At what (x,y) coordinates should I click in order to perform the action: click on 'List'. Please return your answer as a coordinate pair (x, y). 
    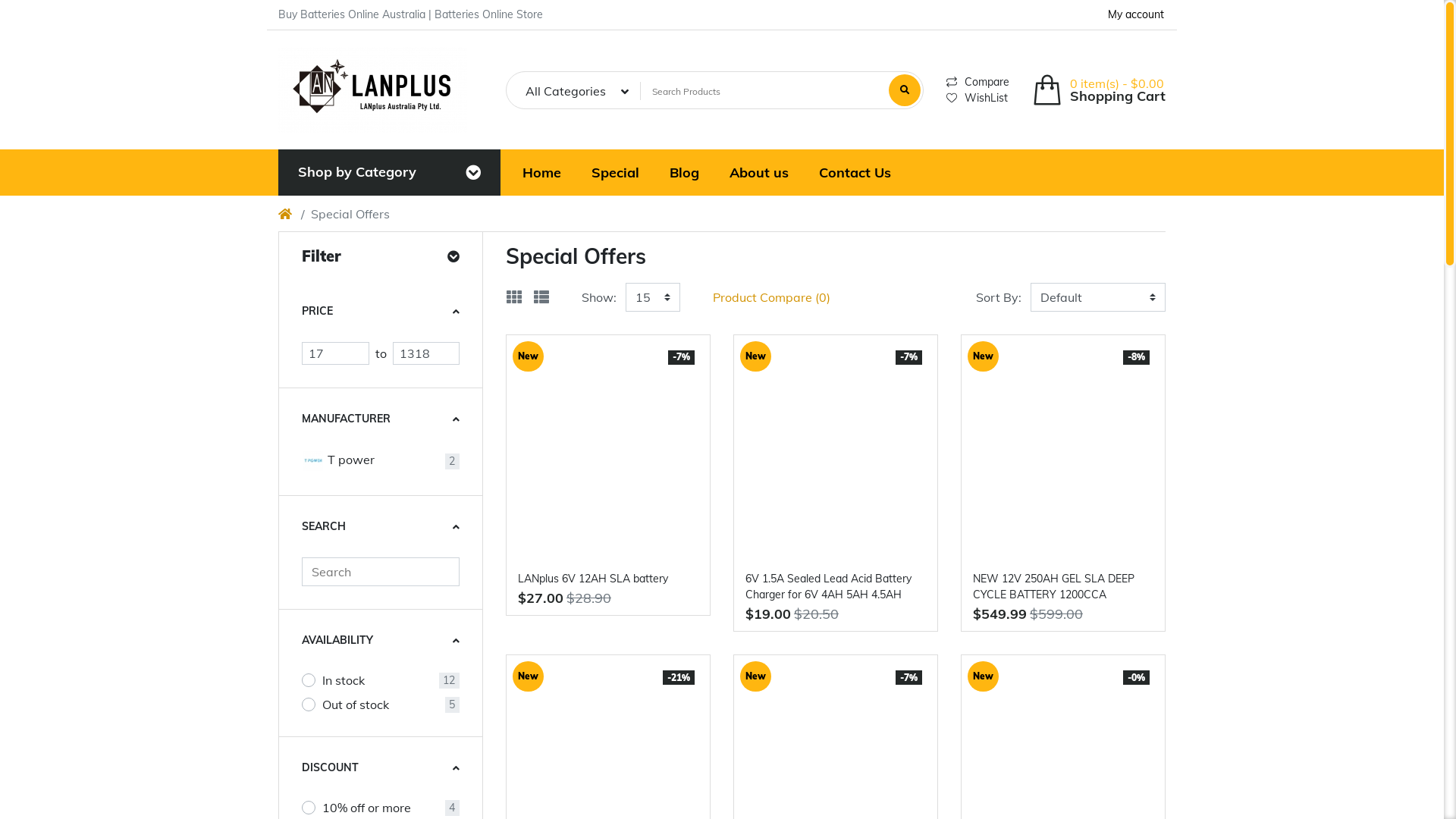
    Looking at the image, I should click on (541, 297).